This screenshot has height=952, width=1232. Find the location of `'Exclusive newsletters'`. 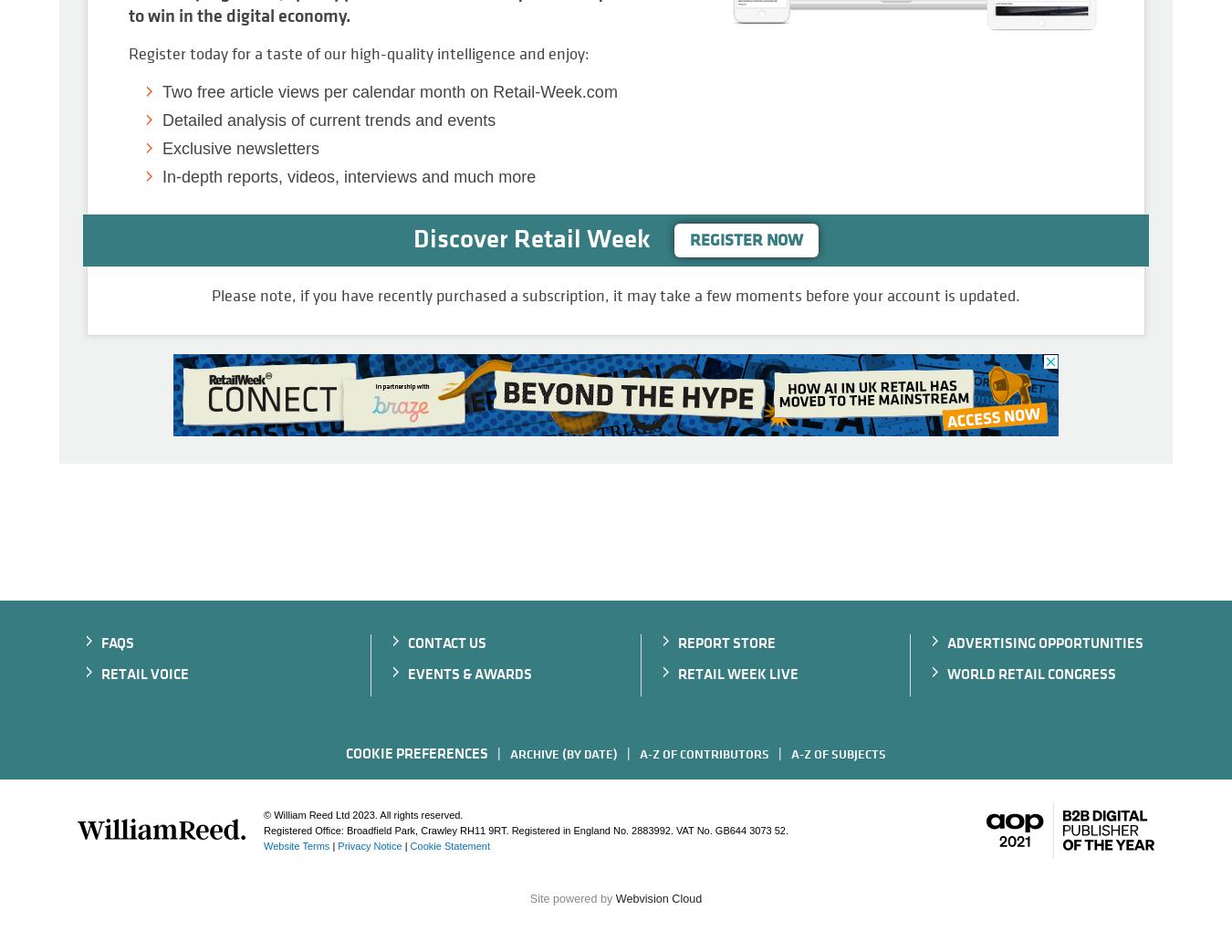

'Exclusive newsletters' is located at coordinates (240, 146).